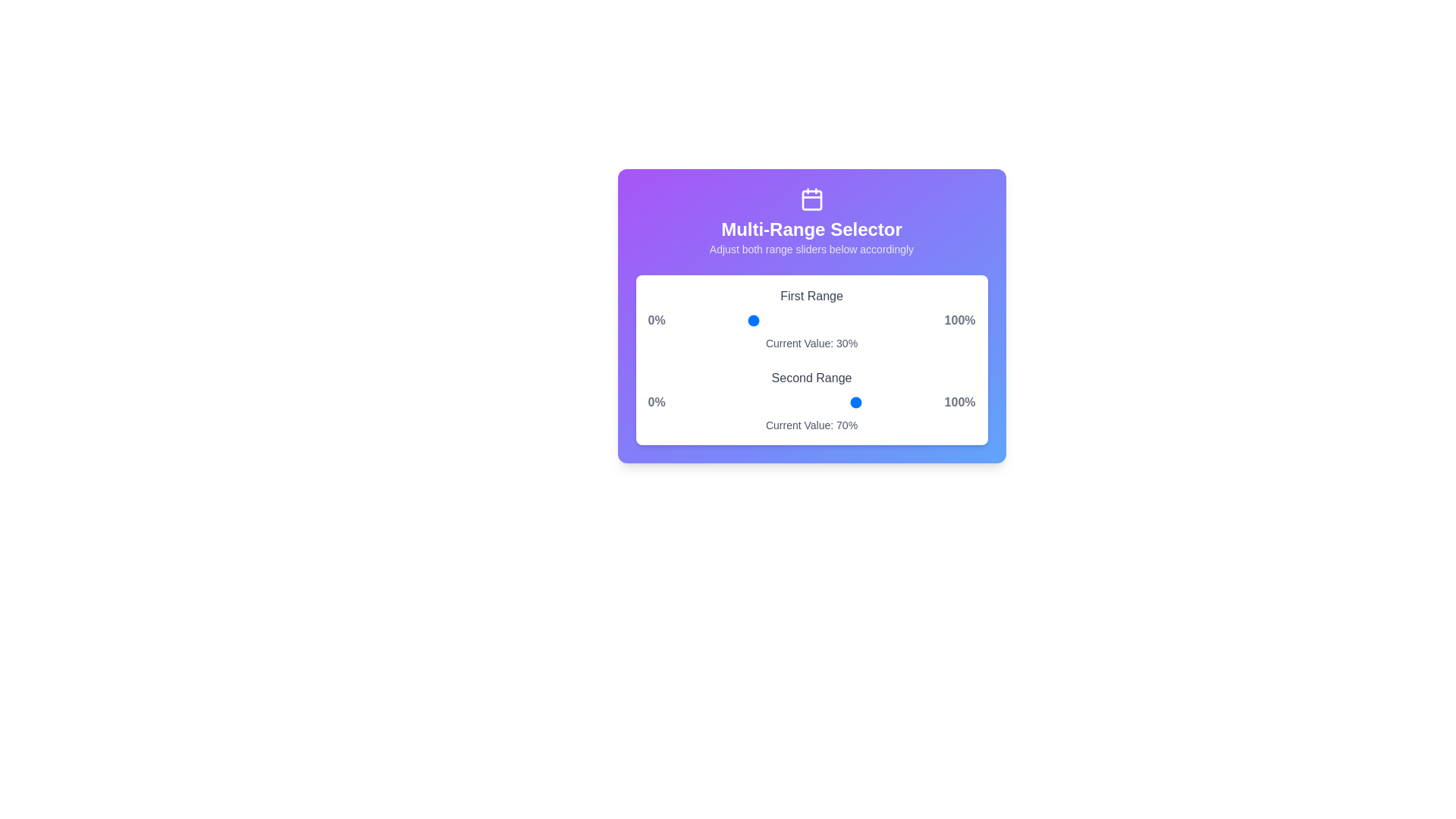  I want to click on the first range slider value, so click(846, 320).